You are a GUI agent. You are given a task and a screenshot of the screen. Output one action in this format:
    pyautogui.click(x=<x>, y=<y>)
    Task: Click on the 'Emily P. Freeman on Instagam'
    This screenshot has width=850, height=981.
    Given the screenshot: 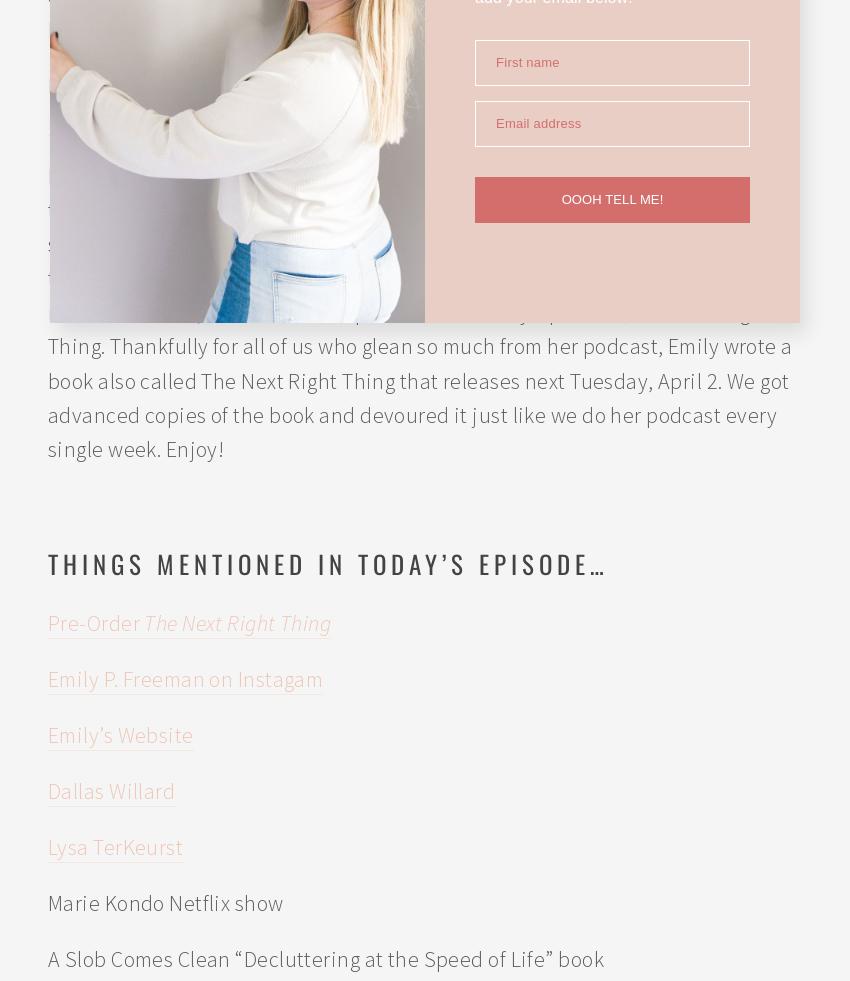 What is the action you would take?
    pyautogui.click(x=184, y=677)
    